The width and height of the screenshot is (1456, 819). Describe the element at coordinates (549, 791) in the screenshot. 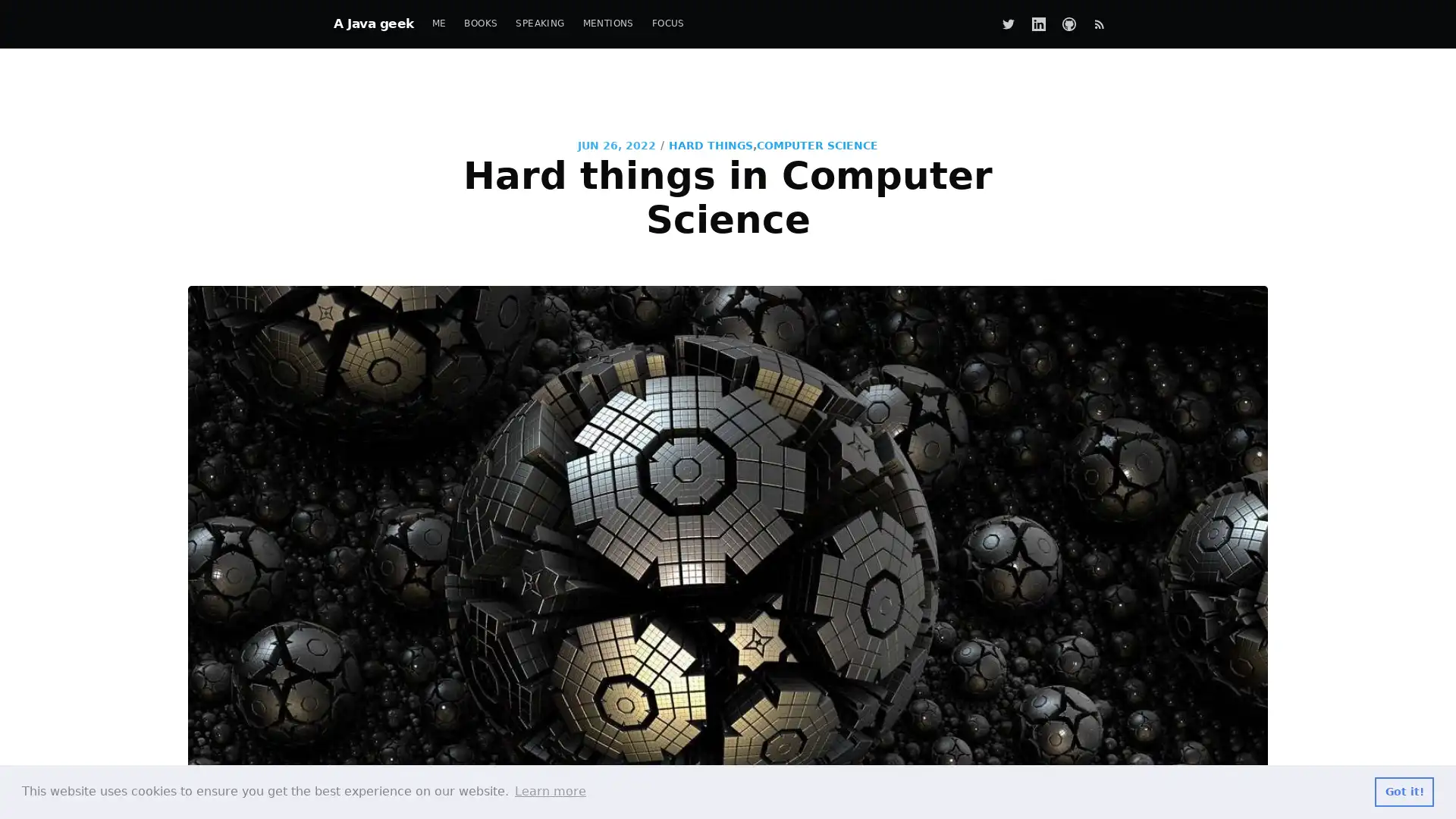

I see `learn more about cookies` at that location.